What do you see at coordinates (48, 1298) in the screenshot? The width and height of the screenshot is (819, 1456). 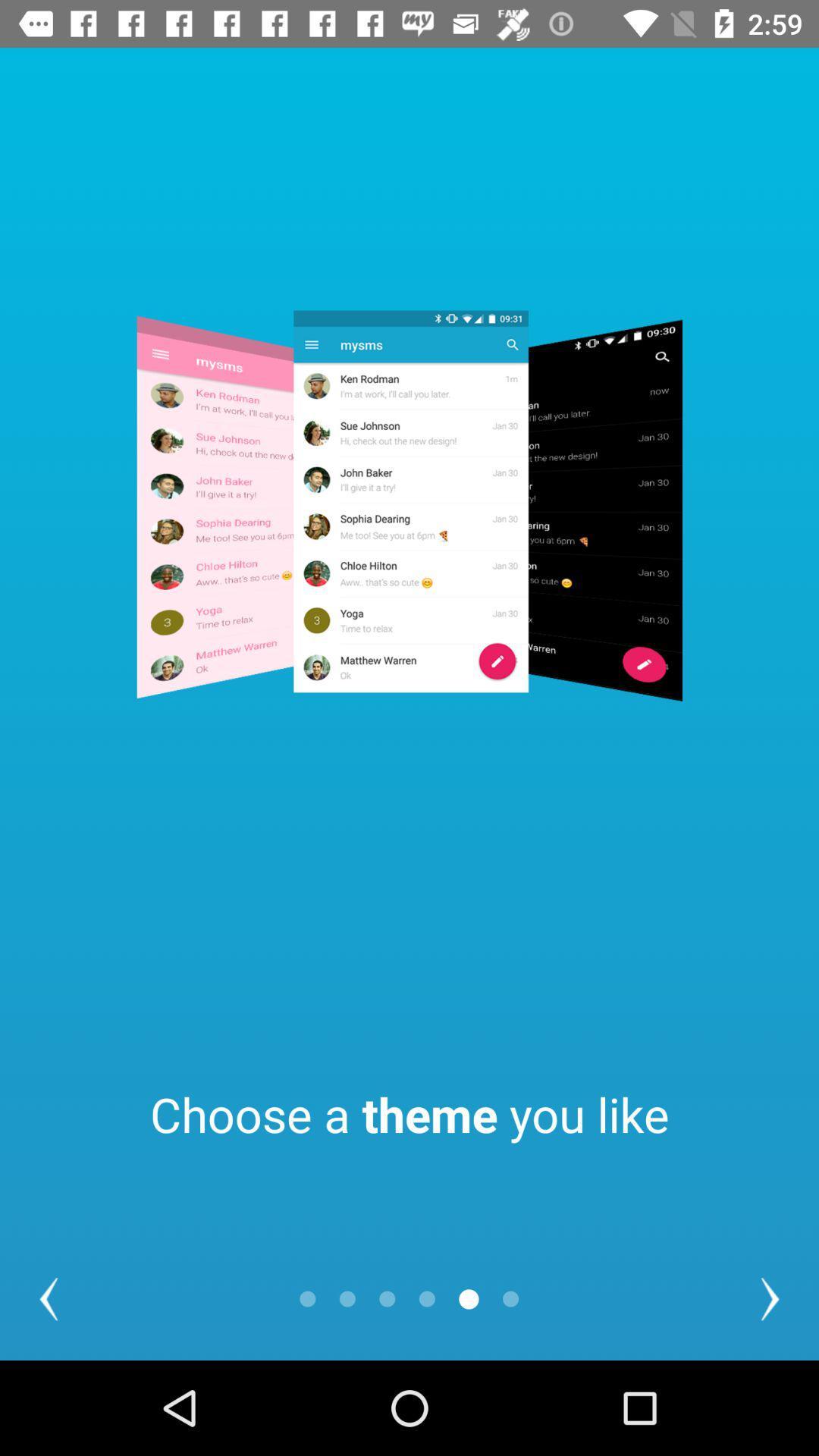 I see `the arrow_backward icon` at bounding box center [48, 1298].